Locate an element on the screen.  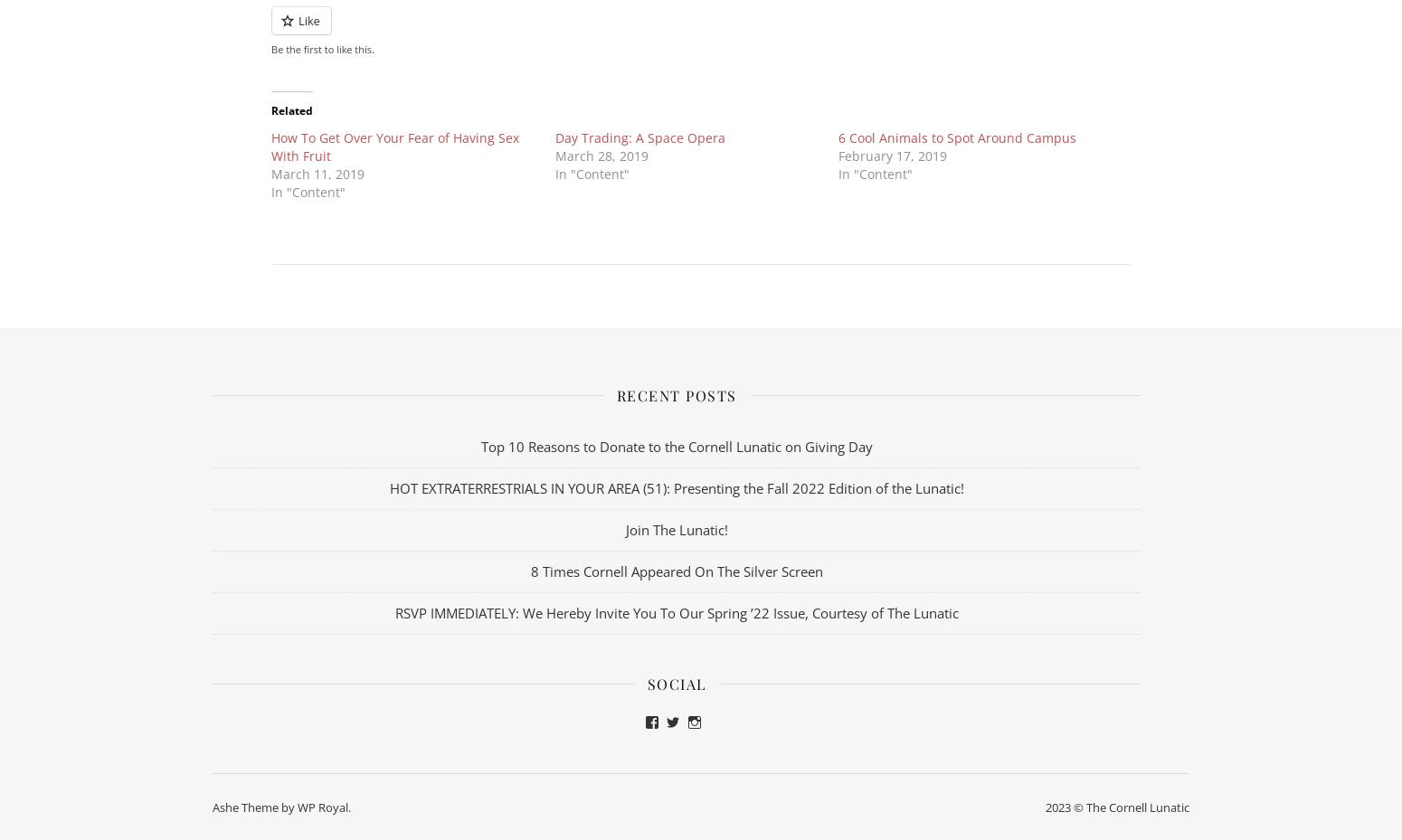
'Related' is located at coordinates (291, 109).